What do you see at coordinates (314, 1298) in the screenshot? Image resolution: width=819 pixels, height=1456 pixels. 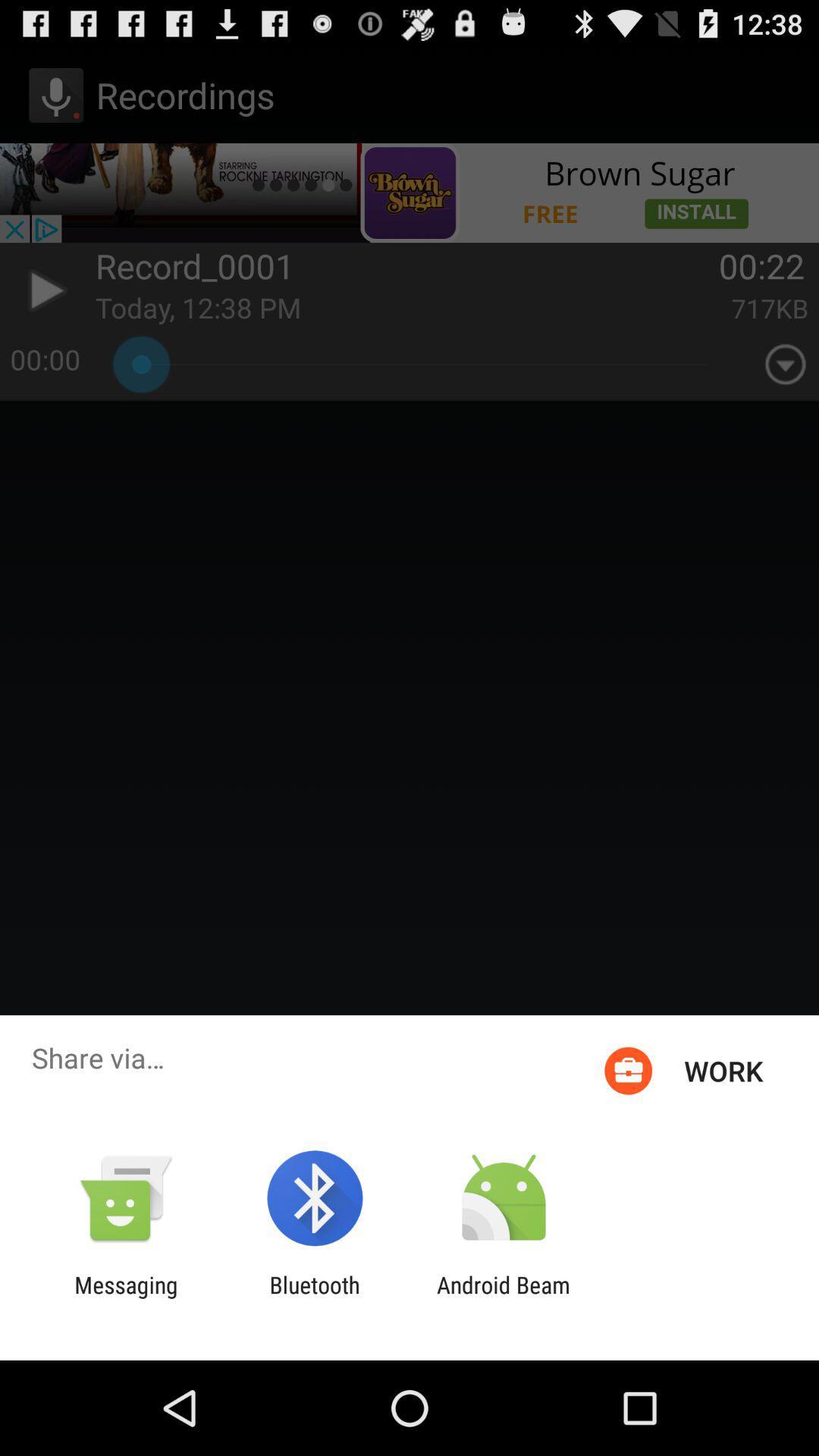 I see `the bluetooth app` at bounding box center [314, 1298].